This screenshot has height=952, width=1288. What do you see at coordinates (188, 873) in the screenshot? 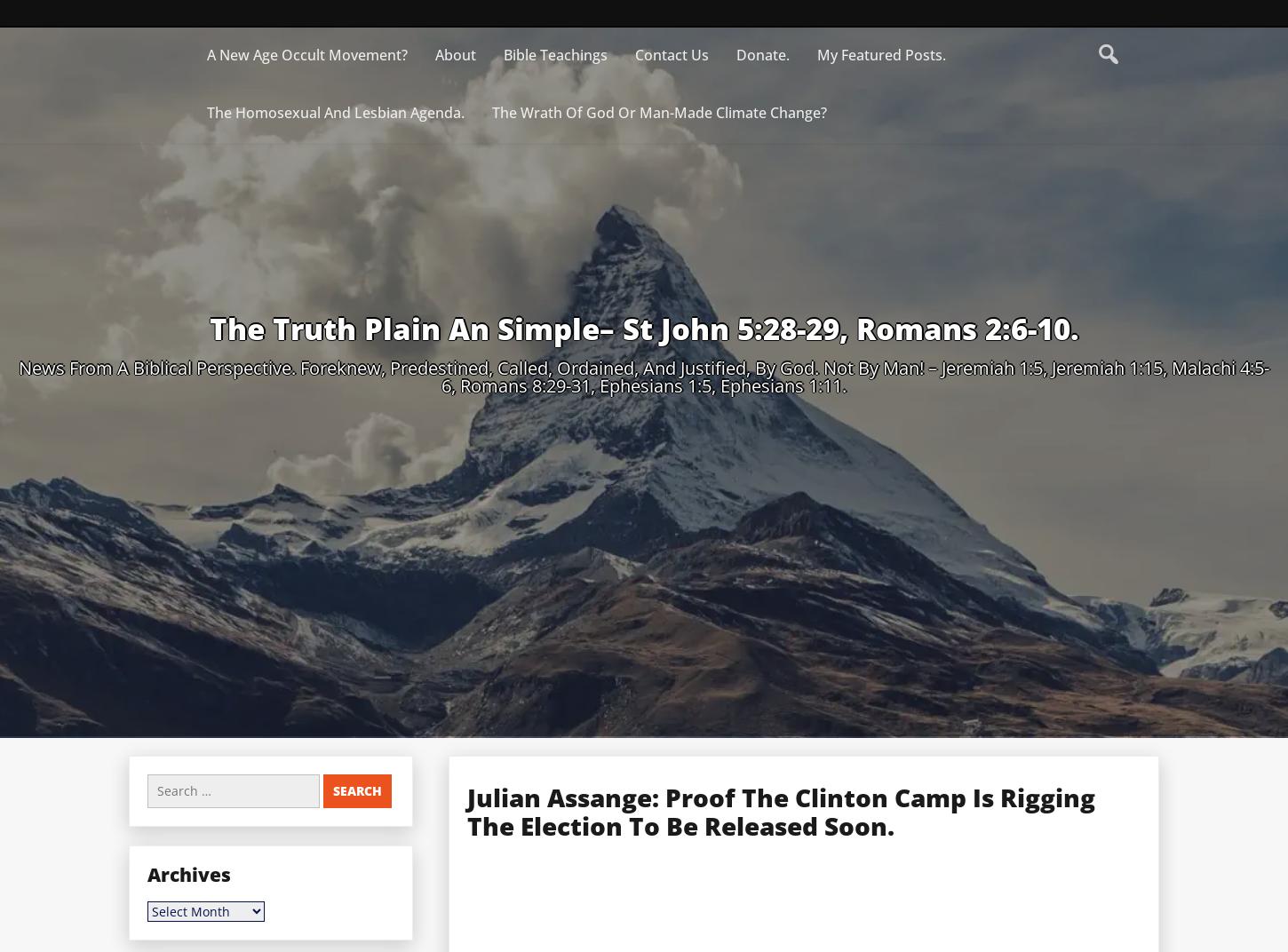
I see `'Archives'` at bounding box center [188, 873].